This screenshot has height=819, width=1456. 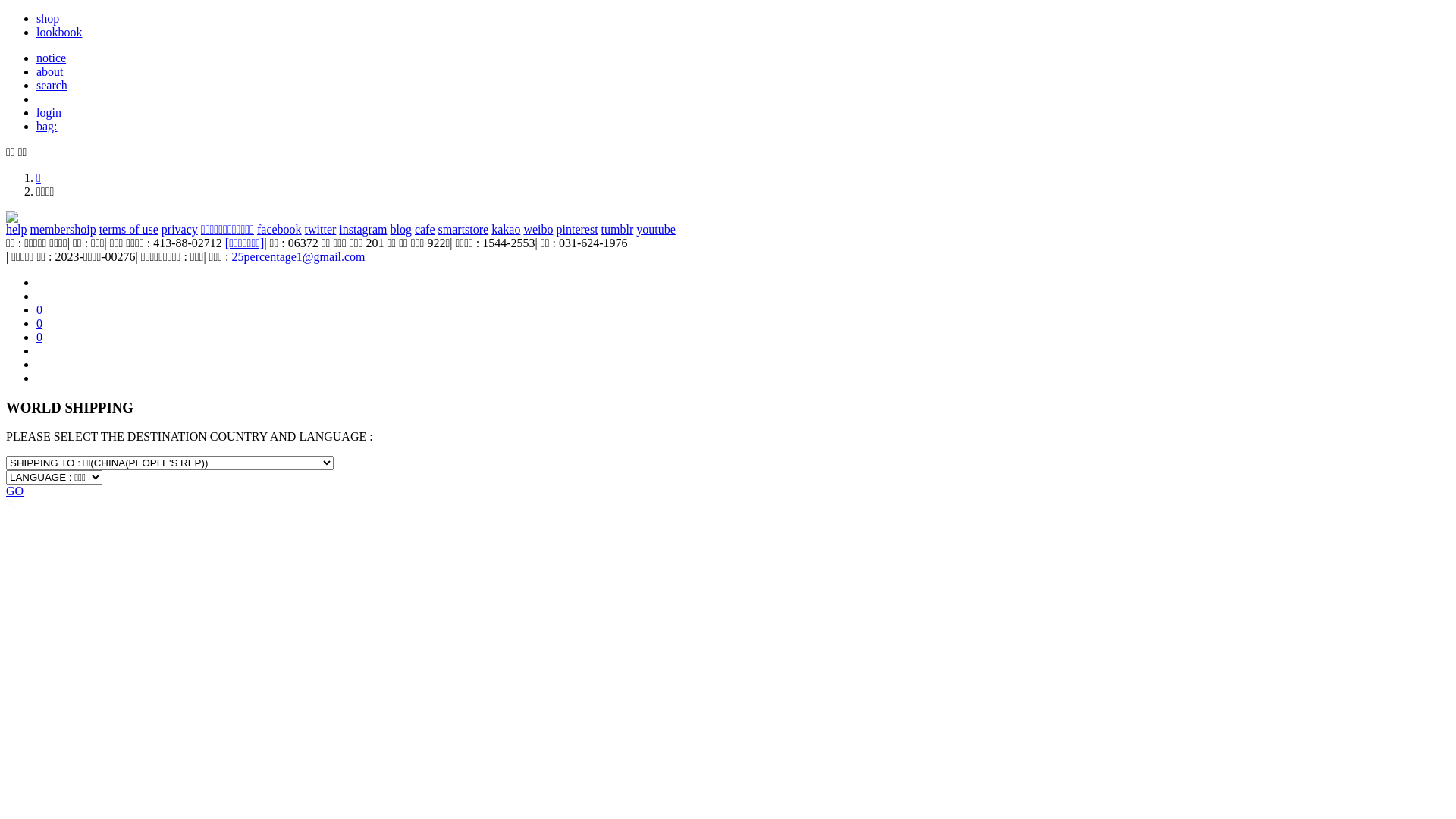 What do you see at coordinates (304, 229) in the screenshot?
I see `'twitter'` at bounding box center [304, 229].